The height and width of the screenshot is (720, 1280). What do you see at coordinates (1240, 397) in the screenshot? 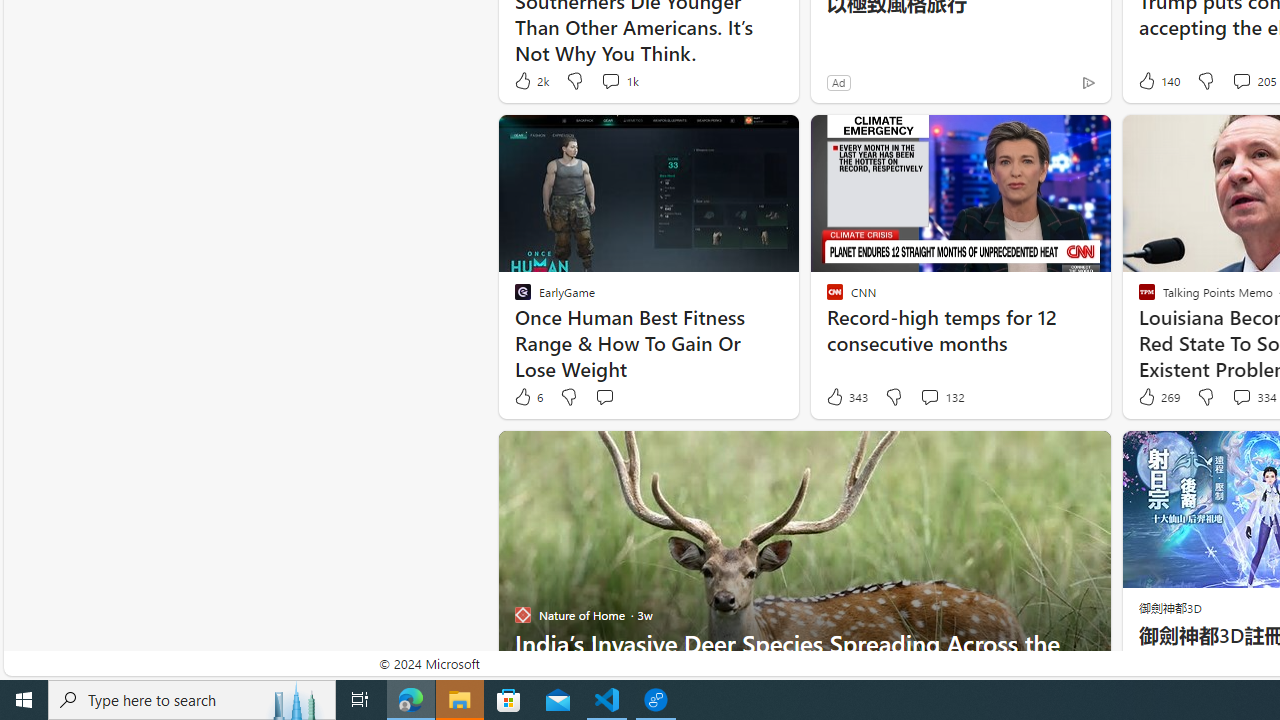
I see `'View comments 334 Comment'` at bounding box center [1240, 397].